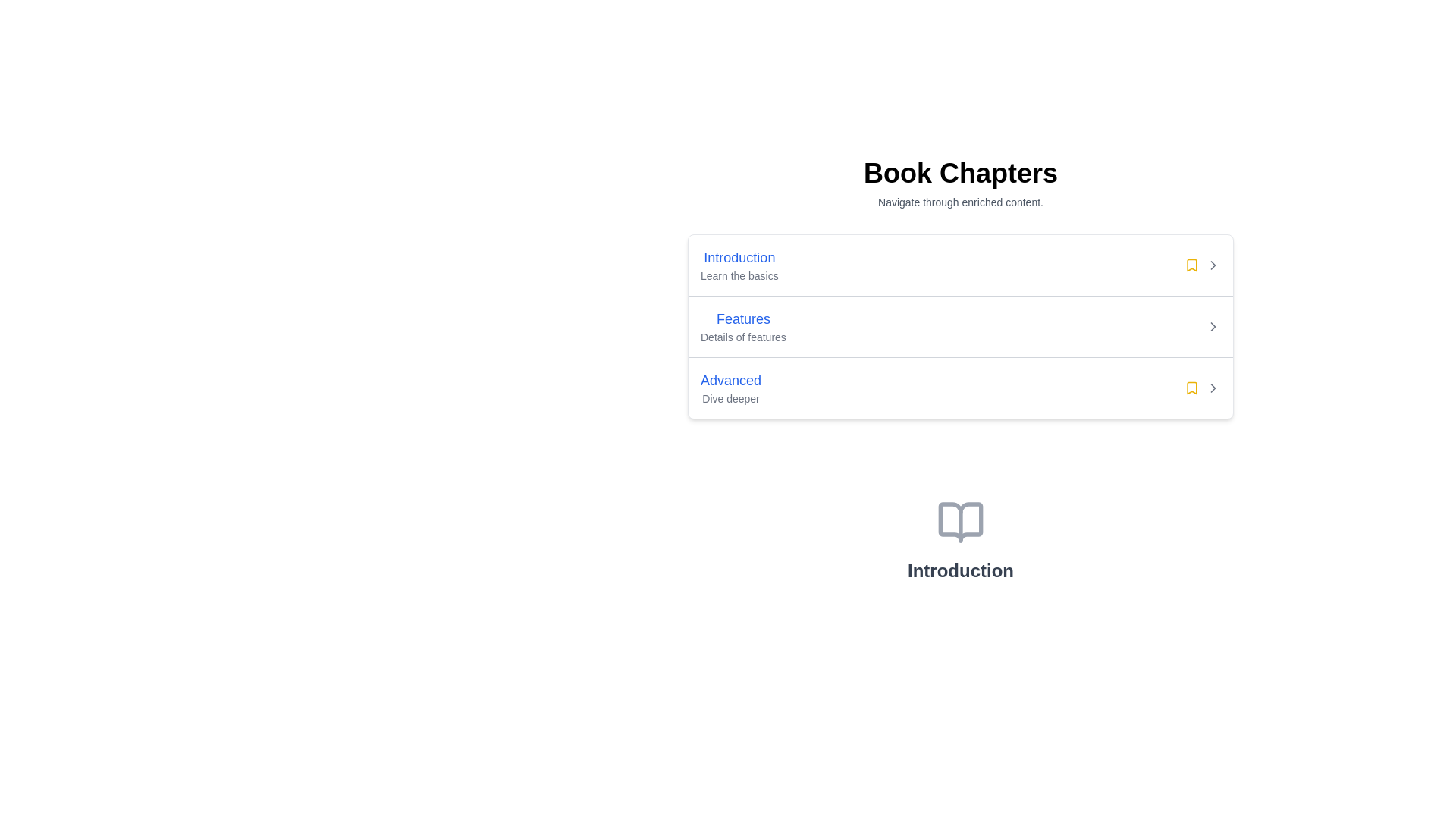 This screenshot has height=819, width=1456. I want to click on the 'Advanced' hyperlink, which is styled with a blue font and underlined, located as the primary text of the third item in the 'Book Chapters' list, so click(731, 379).